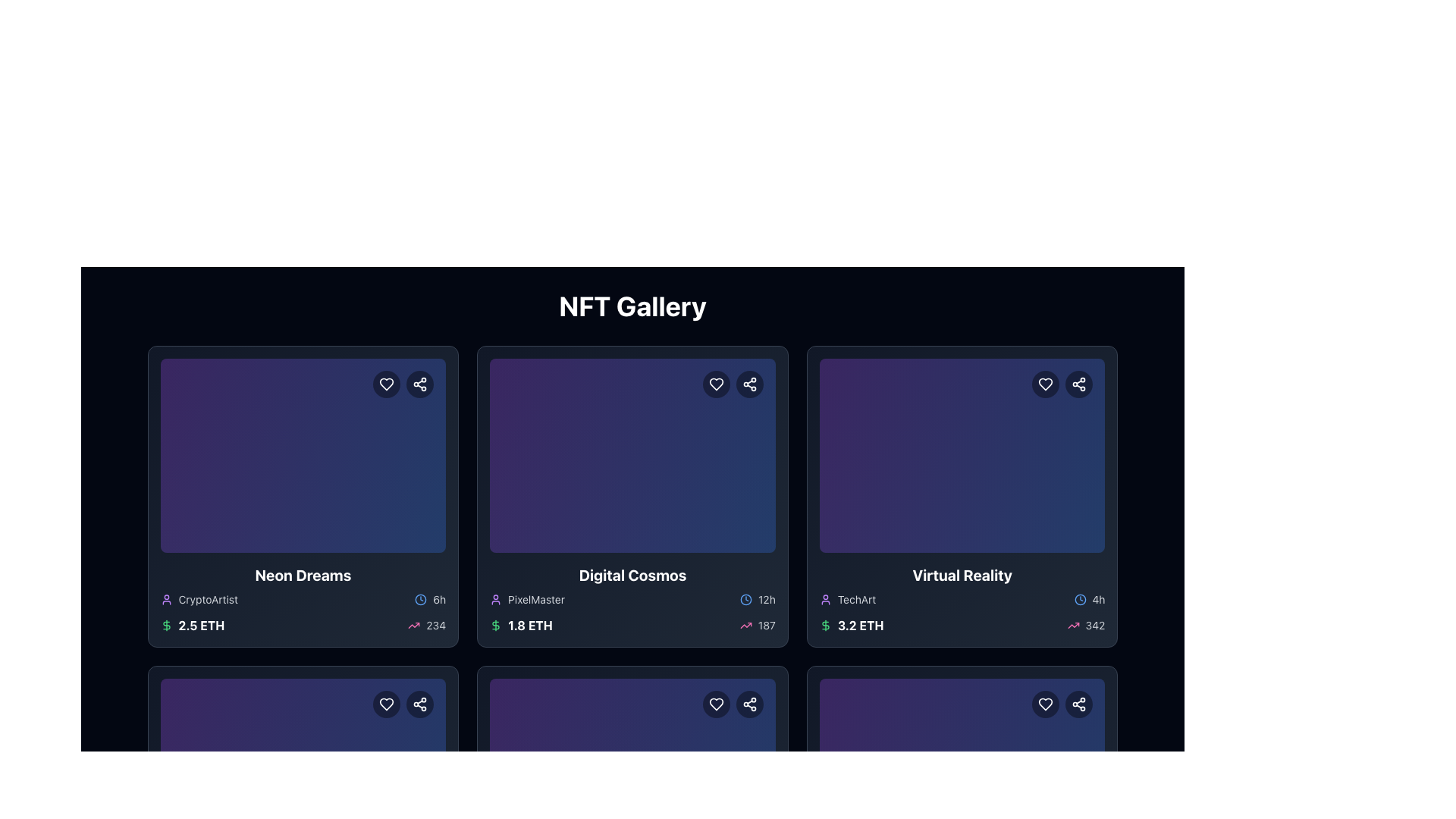  Describe the element at coordinates (1045, 704) in the screenshot. I see `the favorite icon button in the top right corner of the 'Virtual Reality' card` at that location.